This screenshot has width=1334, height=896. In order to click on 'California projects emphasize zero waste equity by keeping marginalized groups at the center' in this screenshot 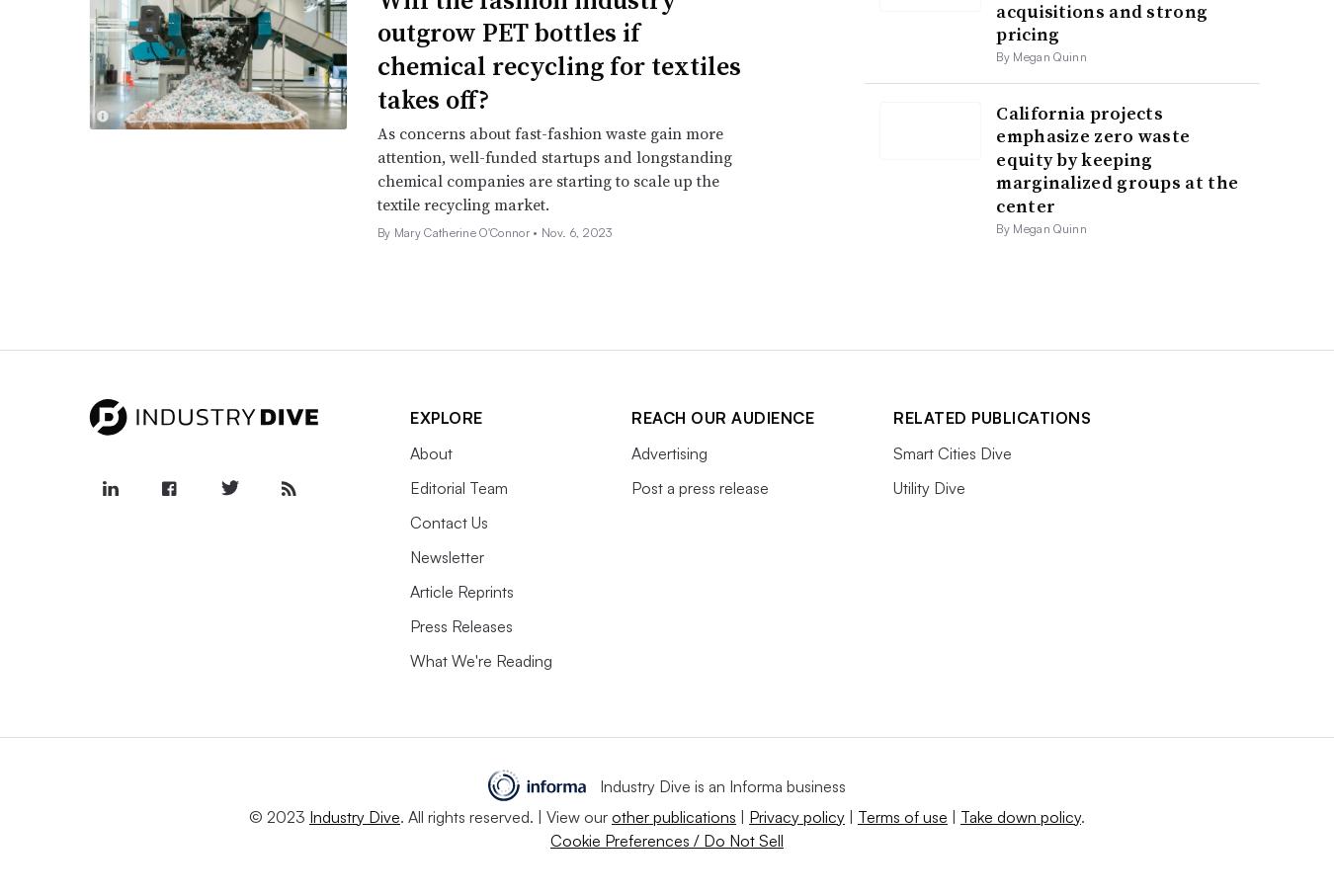, I will do `click(1116, 158)`.